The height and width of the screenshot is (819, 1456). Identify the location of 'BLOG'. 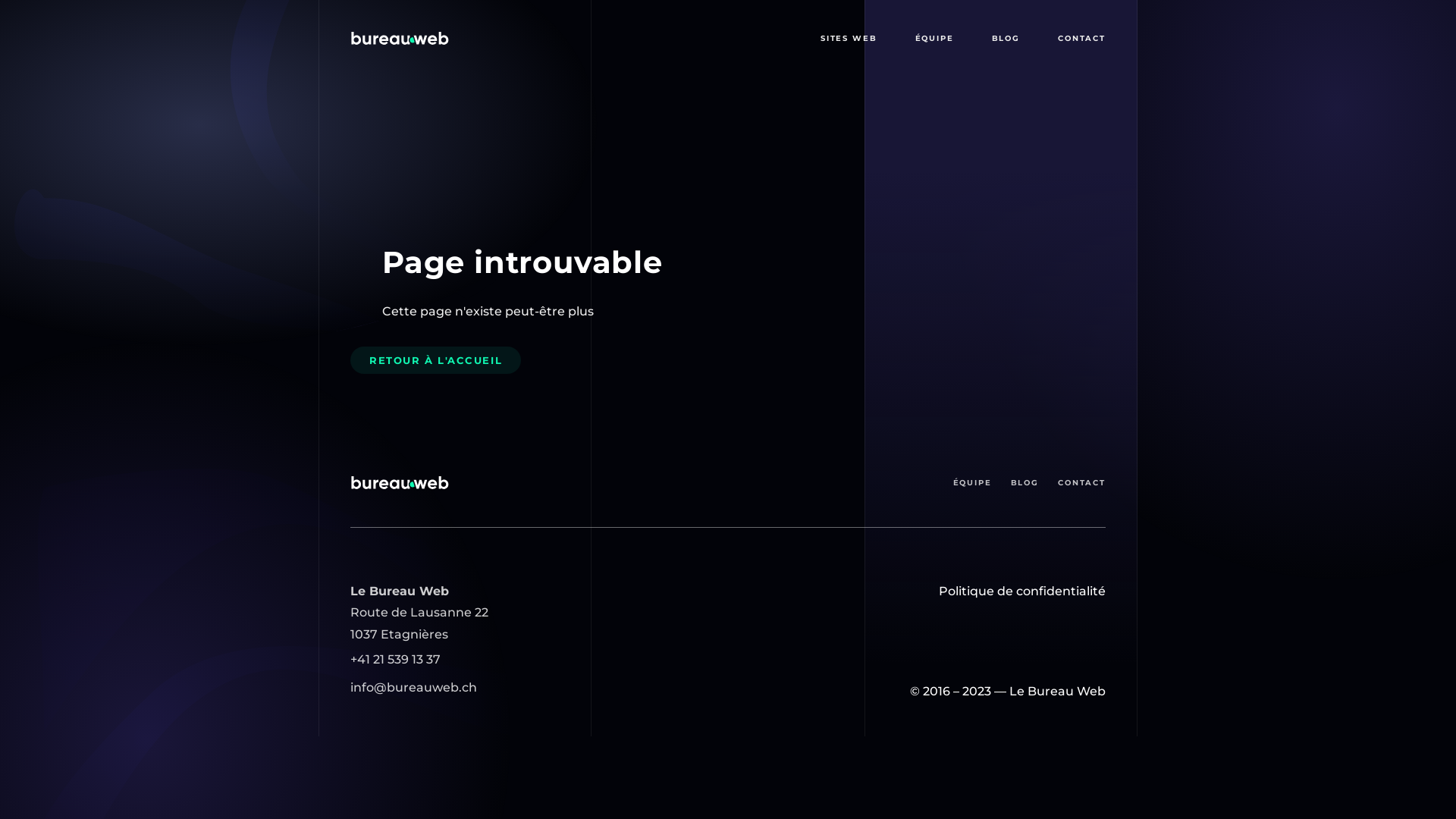
(1025, 482).